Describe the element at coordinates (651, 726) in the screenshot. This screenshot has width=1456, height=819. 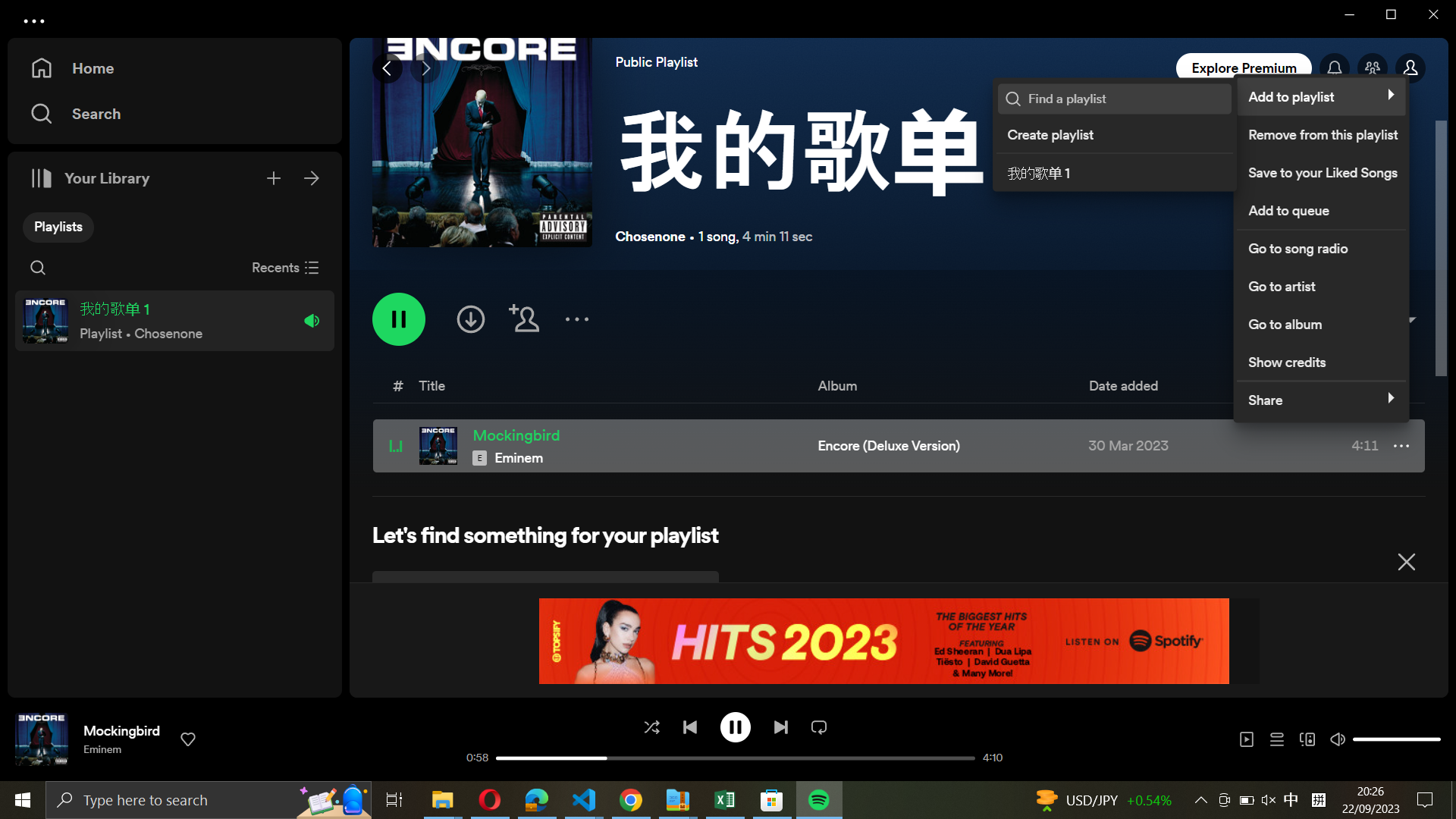
I see `Activate shuffle function for the playlist` at that location.